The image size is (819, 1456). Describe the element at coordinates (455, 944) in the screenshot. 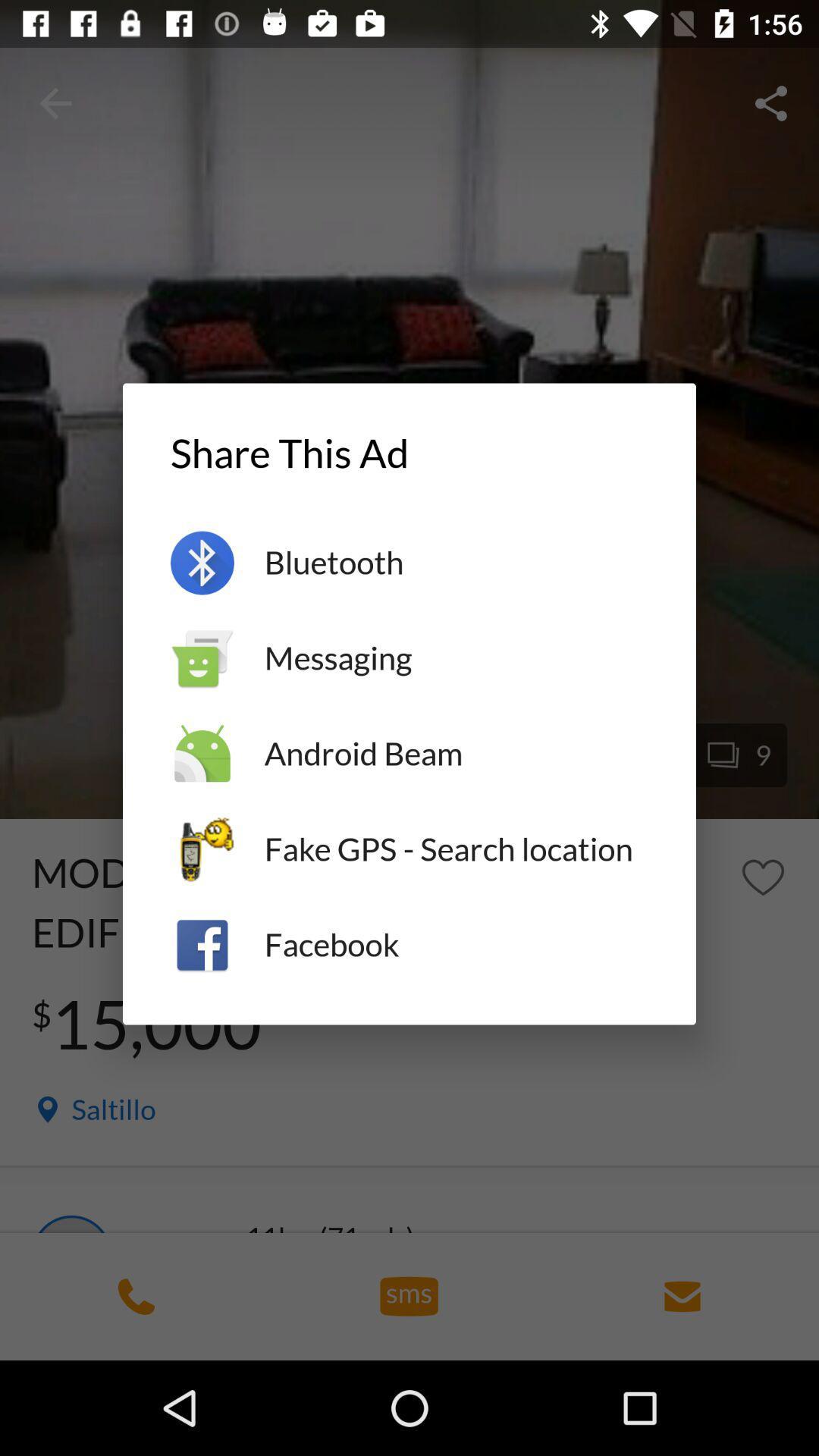

I see `the facebook` at that location.